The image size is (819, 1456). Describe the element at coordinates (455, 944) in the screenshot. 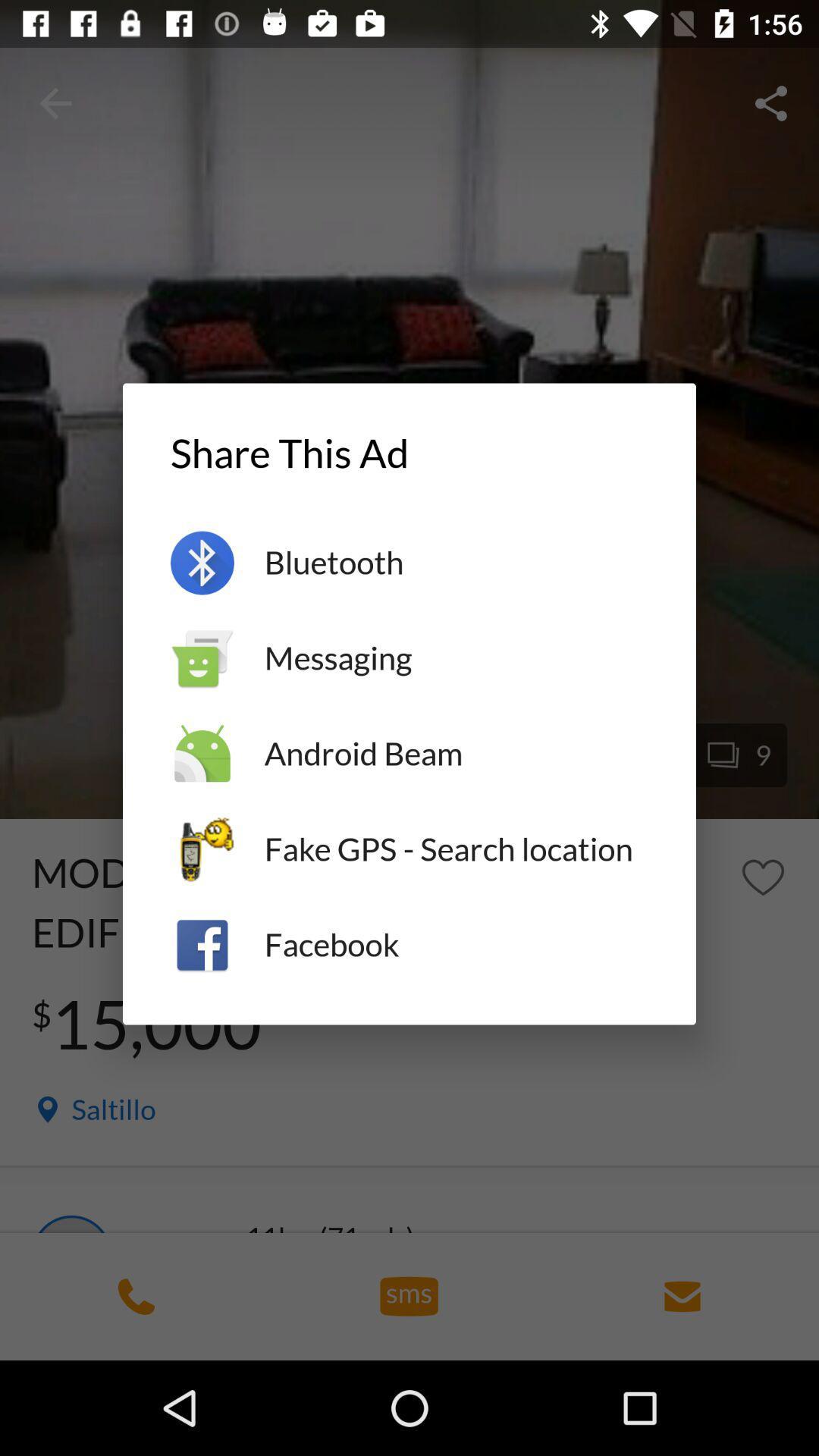

I see `the facebook` at that location.